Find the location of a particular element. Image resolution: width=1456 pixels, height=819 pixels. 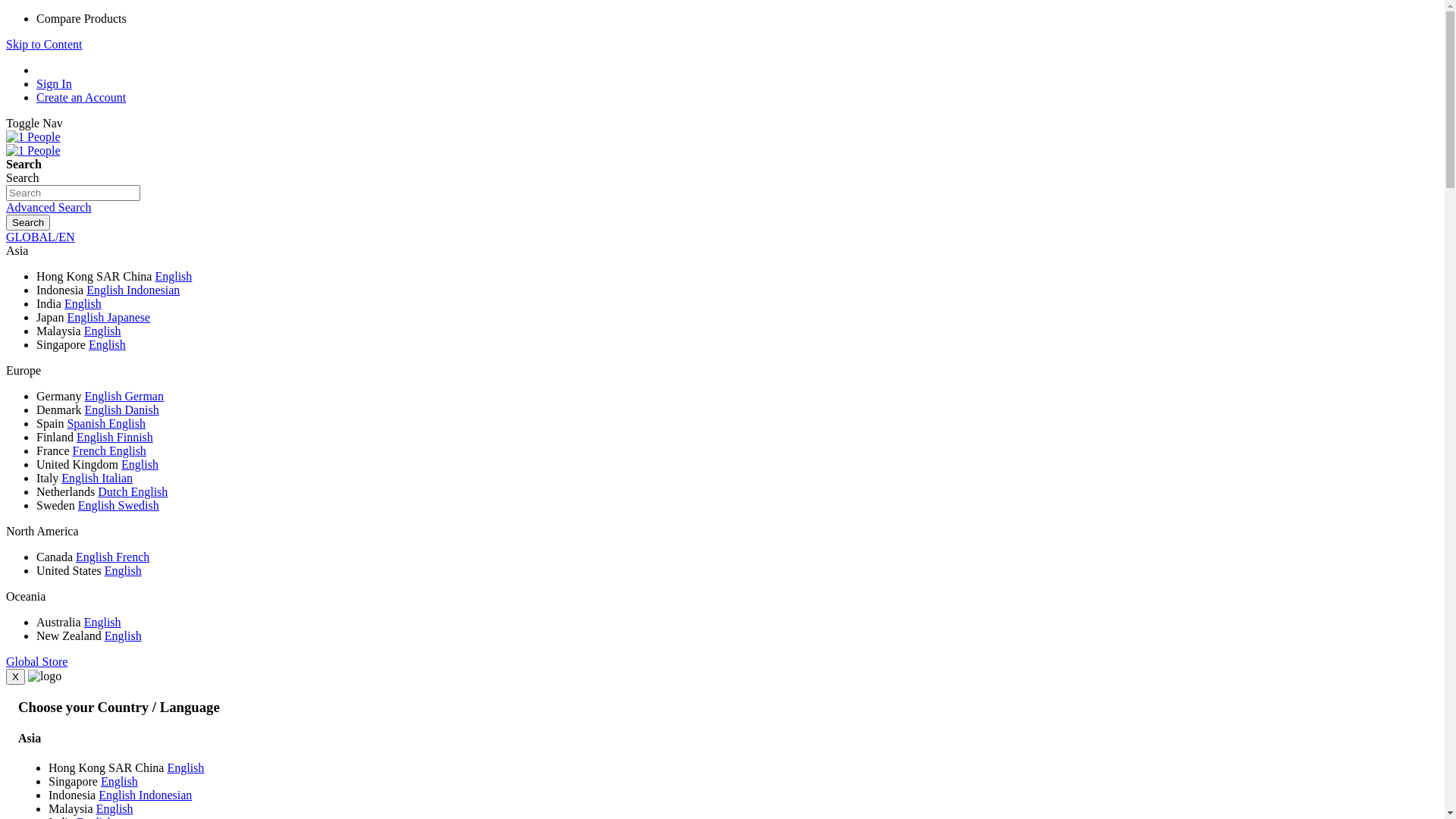

'Compare Products' is located at coordinates (80, 18).